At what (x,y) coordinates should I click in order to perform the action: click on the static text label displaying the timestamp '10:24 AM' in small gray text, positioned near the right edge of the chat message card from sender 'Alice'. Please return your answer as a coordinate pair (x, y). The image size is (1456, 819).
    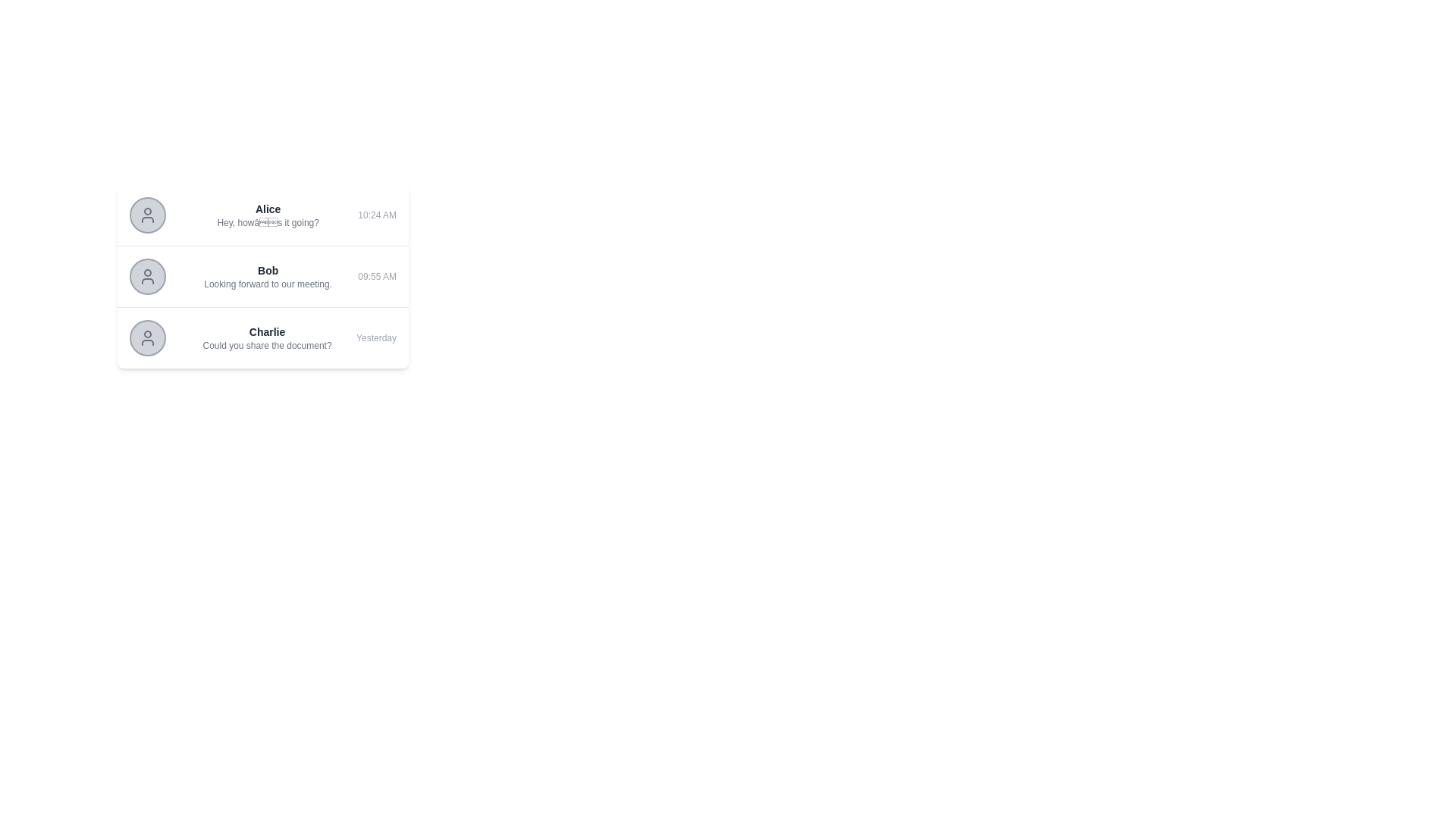
    Looking at the image, I should click on (377, 215).